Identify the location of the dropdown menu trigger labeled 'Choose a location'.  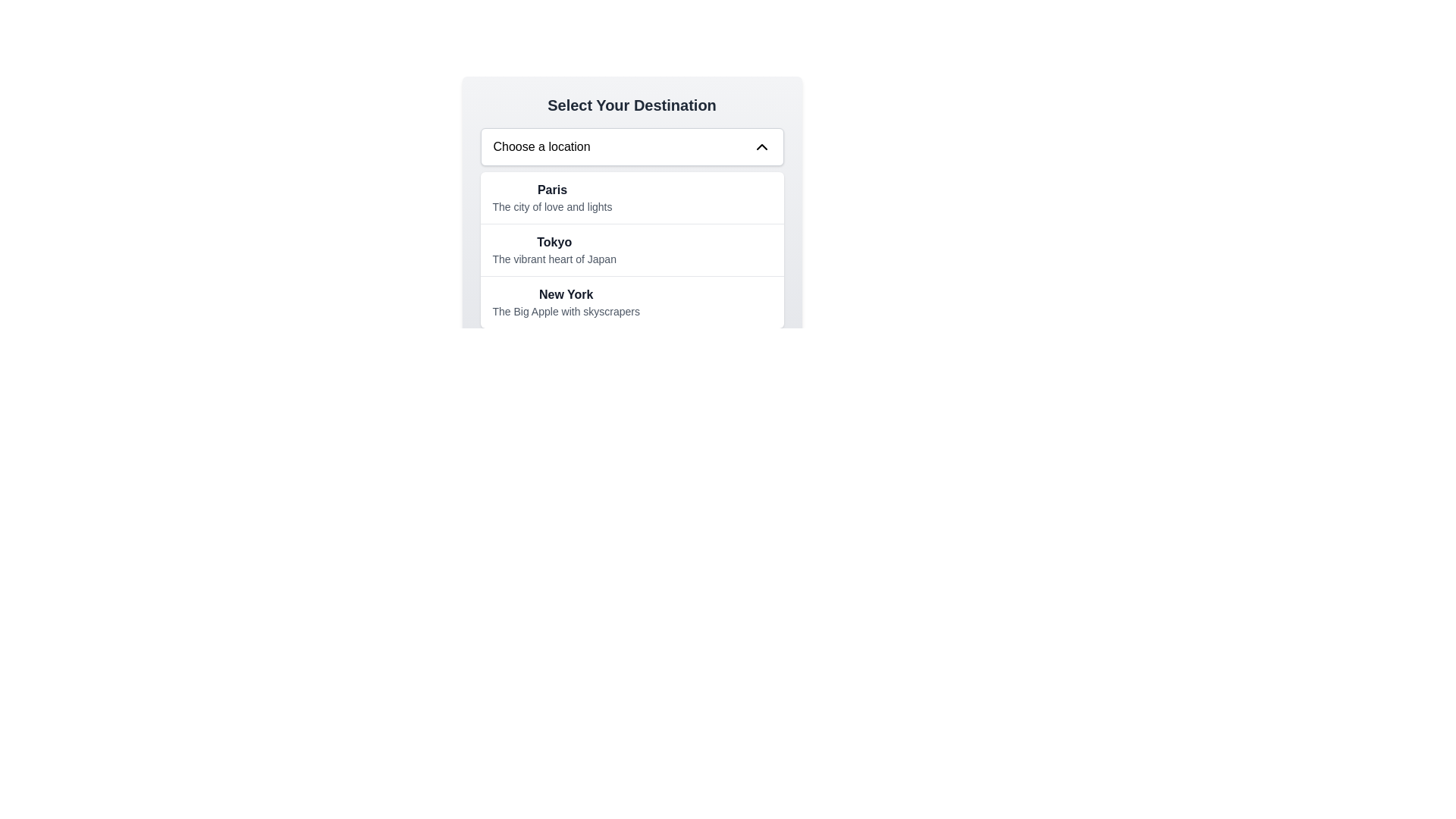
(632, 146).